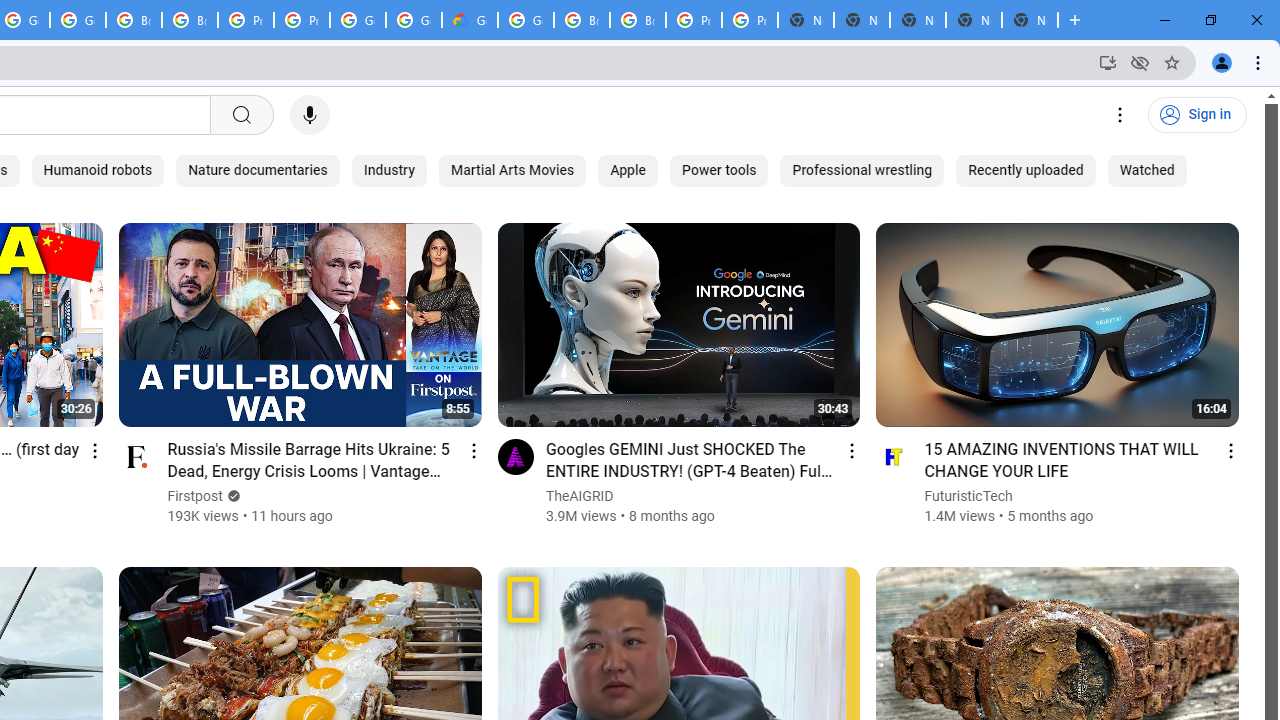 This screenshot has width=1280, height=720. I want to click on 'Google Cloud Estimate Summary', so click(468, 20).